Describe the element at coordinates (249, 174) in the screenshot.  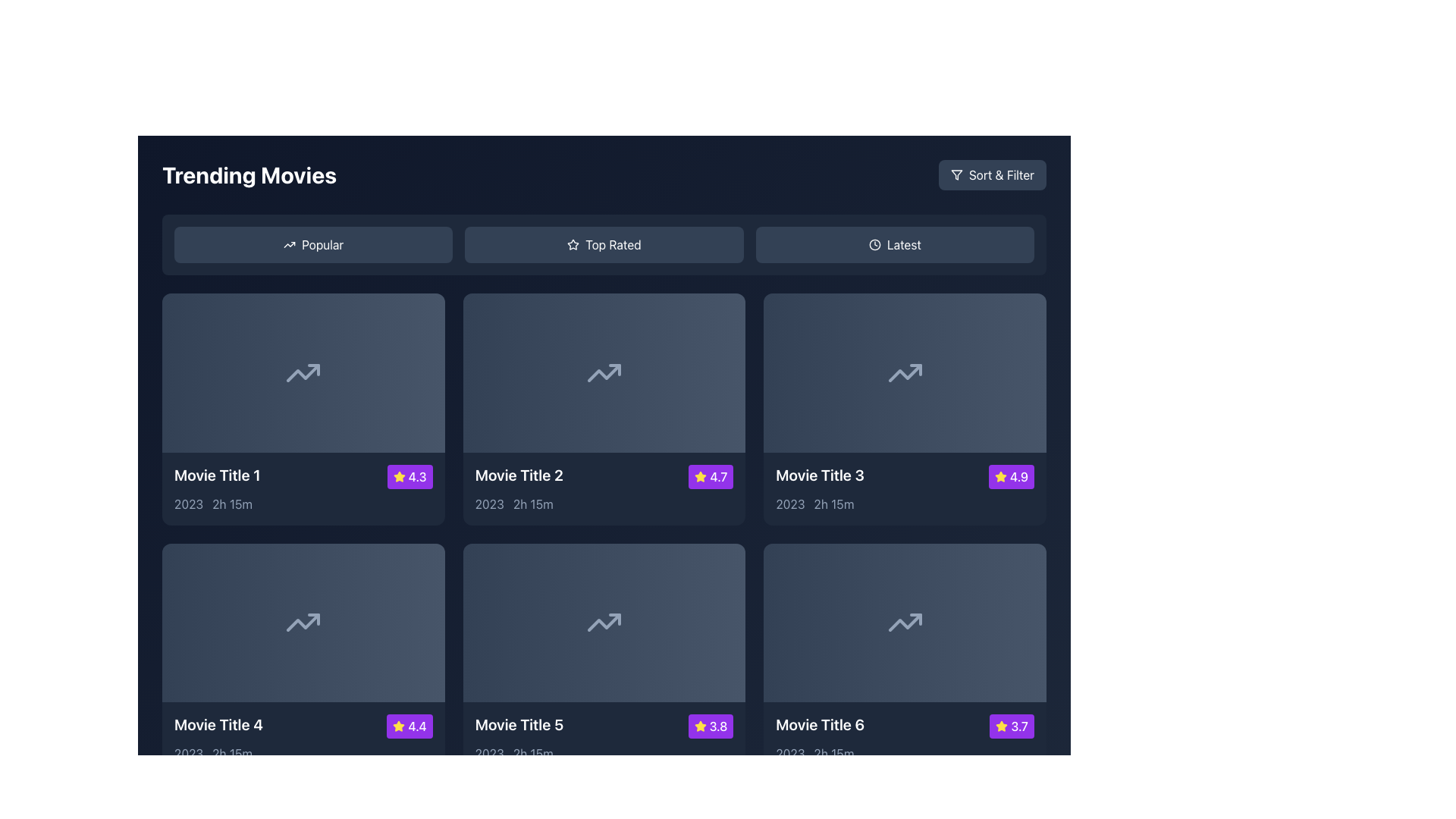
I see `title 'Trending Movies' displayed in large, bold, and white font located in the top-left section of the page interface within the header bar` at that location.